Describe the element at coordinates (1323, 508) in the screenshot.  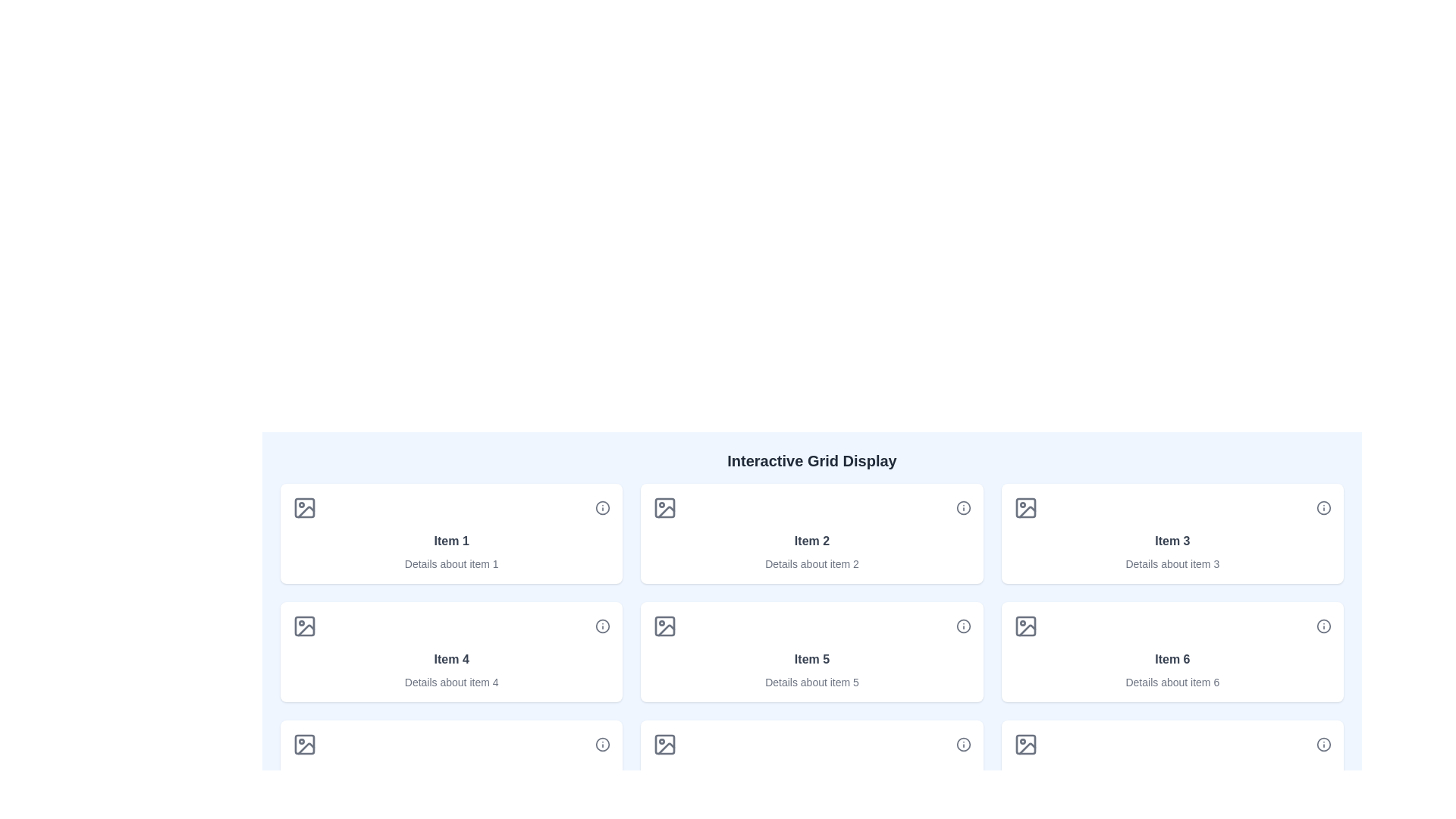
I see `the main circular SVG graphic located in the top-right corner of the 'Item 3' box within the 'Interactive Grid Display'` at that location.